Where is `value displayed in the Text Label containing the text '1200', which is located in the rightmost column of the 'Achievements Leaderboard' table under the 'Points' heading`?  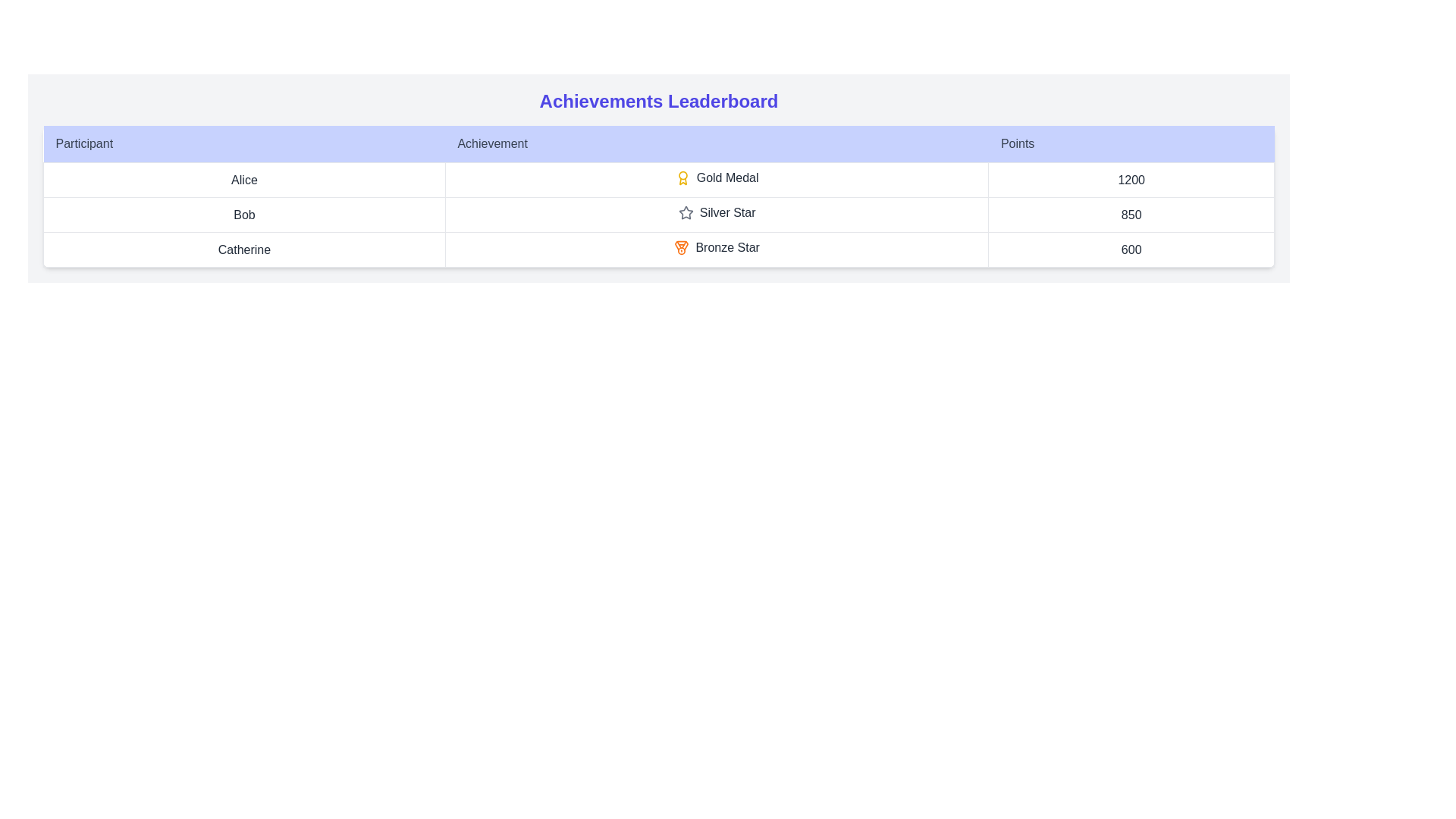 value displayed in the Text Label containing the text '1200', which is located in the rightmost column of the 'Achievements Leaderboard' table under the 'Points' heading is located at coordinates (1131, 179).